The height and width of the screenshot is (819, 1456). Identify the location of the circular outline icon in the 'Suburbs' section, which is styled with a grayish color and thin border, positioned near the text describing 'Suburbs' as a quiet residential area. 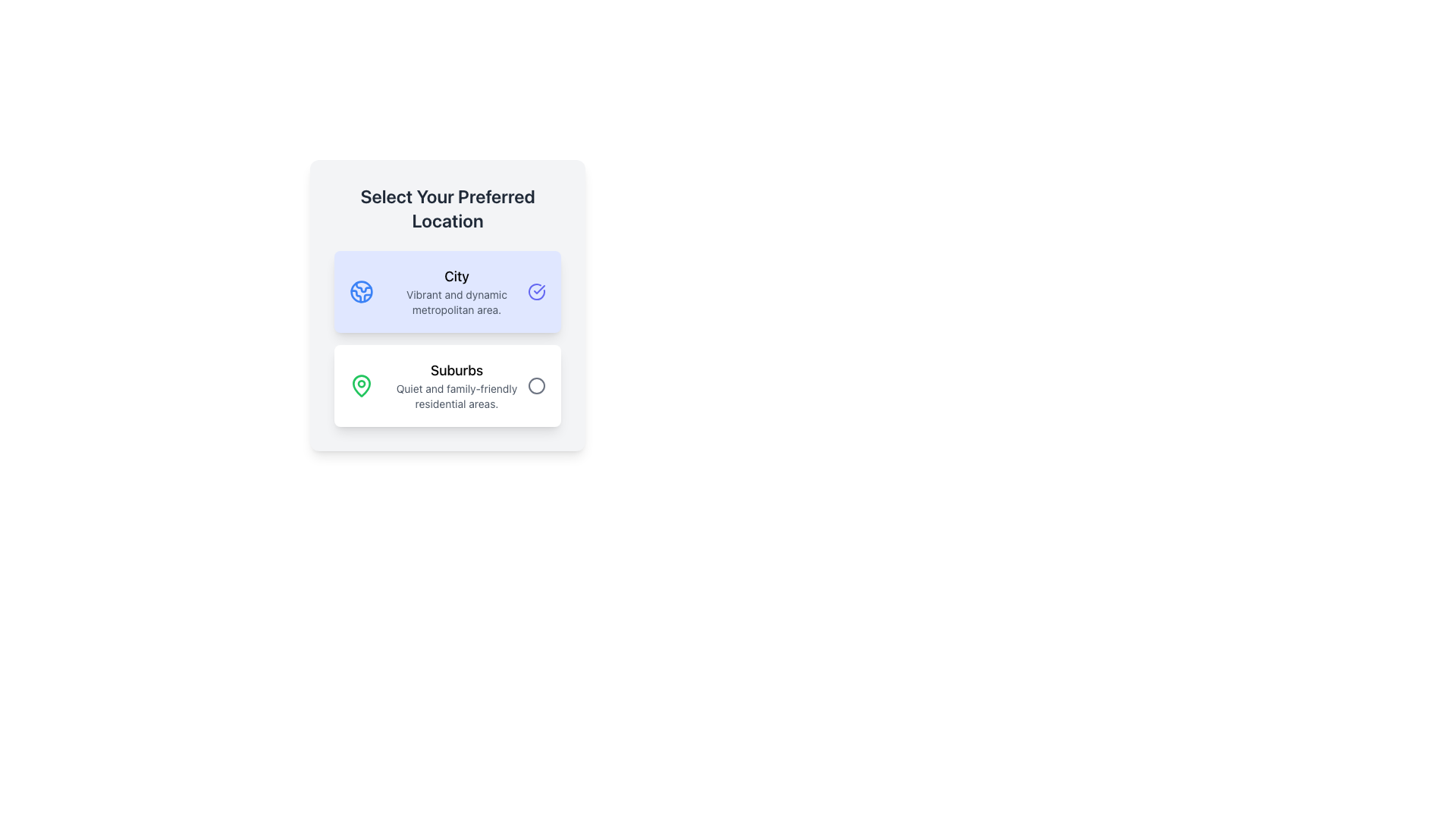
(537, 385).